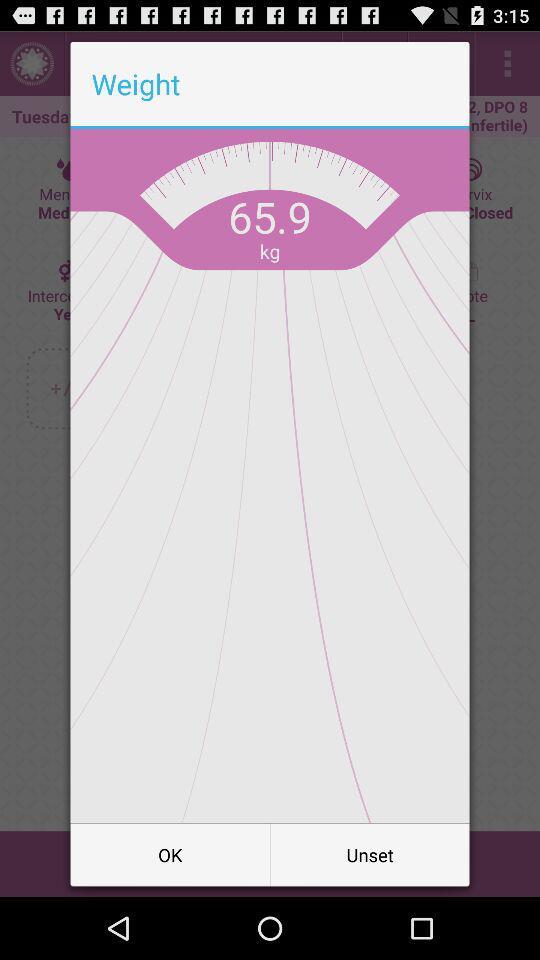 The image size is (540, 960). I want to click on unset icon, so click(369, 853).